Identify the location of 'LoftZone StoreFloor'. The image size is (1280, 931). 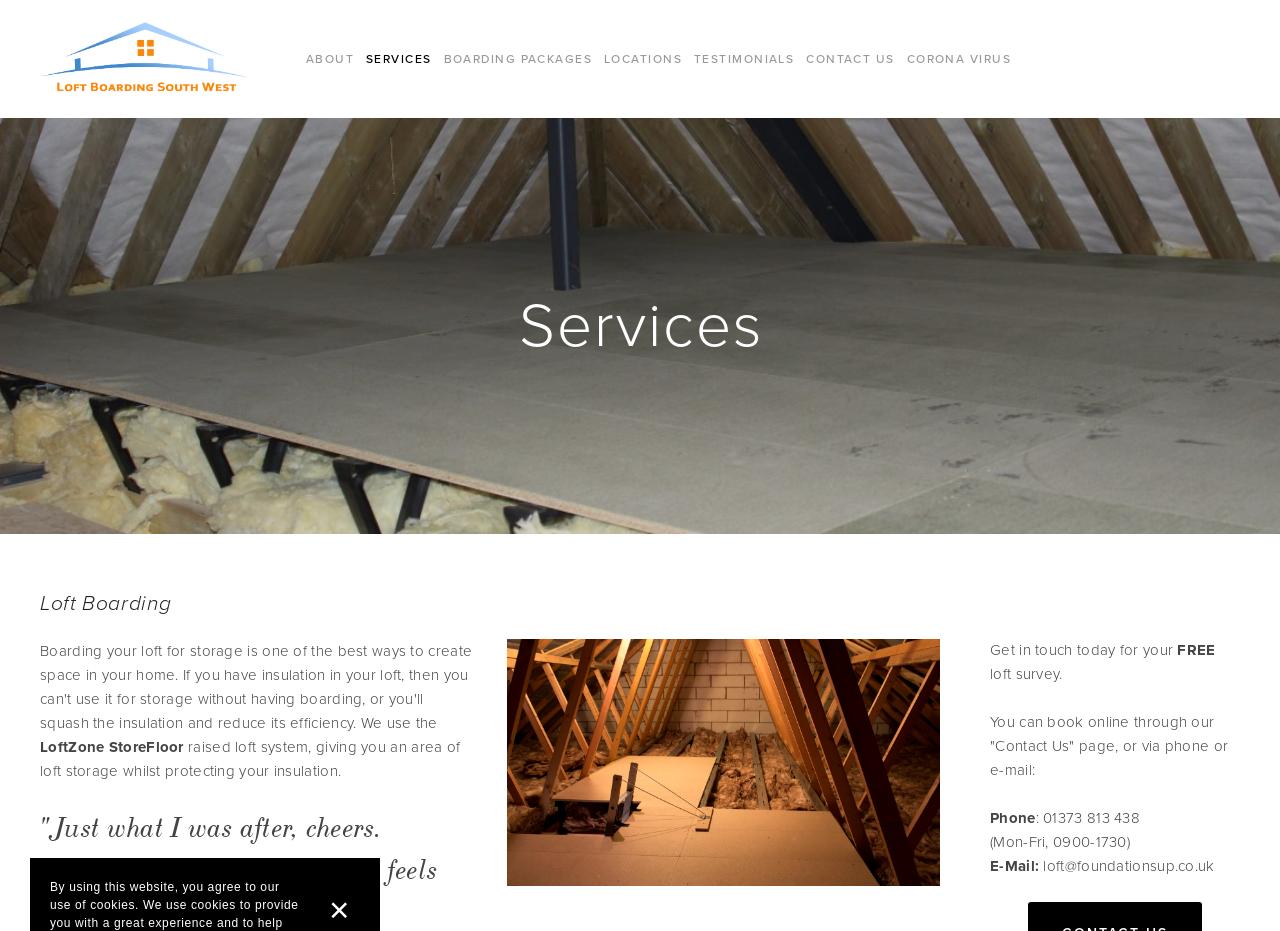
(110, 746).